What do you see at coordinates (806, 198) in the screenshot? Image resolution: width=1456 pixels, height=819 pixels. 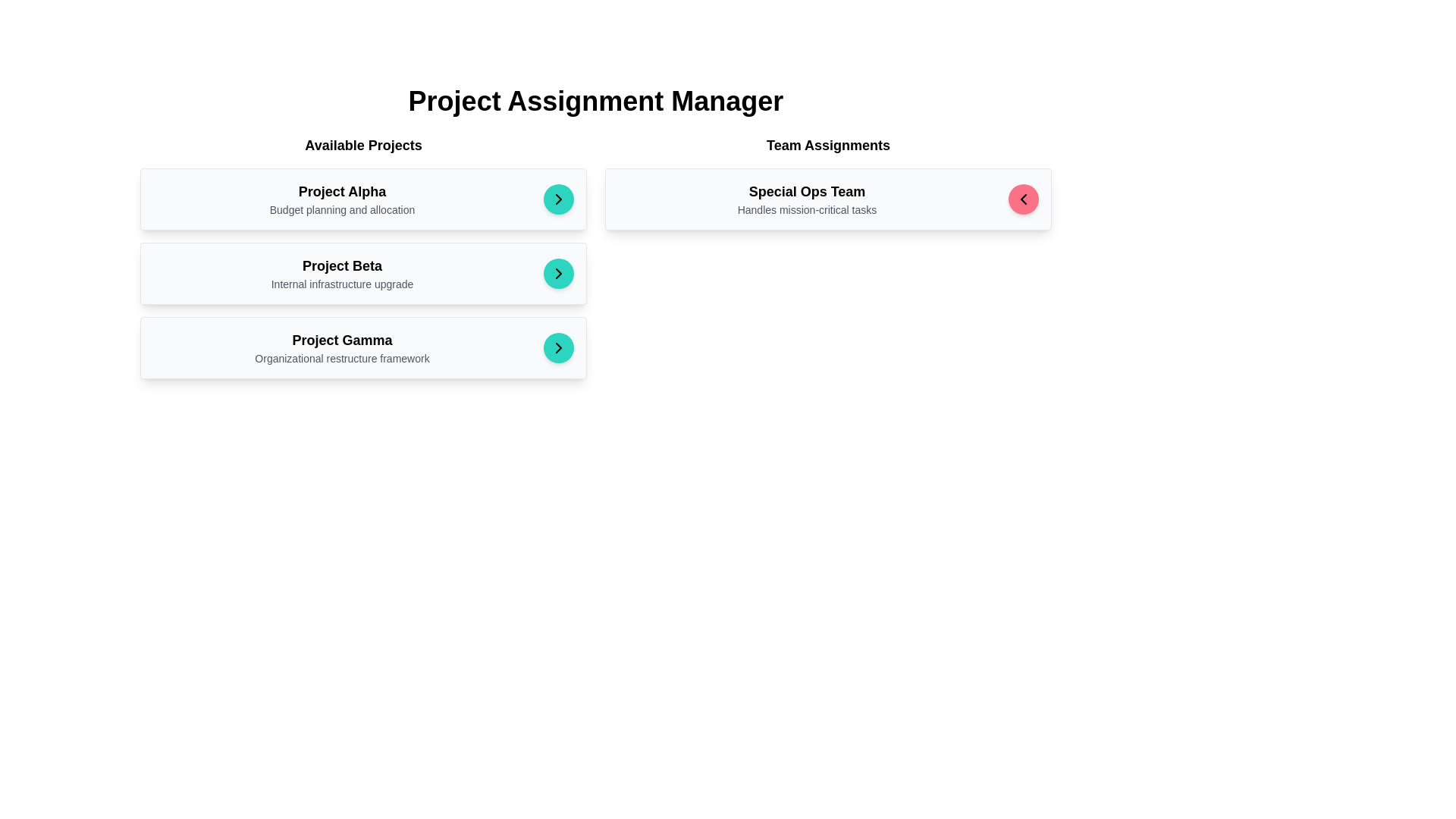 I see `the text label displaying 'Special Ops Team' and its subtitle 'Handles mission-critical tasks', which is positioned under the 'Team Assignments' section and next to a circular button with a left-pointing arrow icon` at bounding box center [806, 198].